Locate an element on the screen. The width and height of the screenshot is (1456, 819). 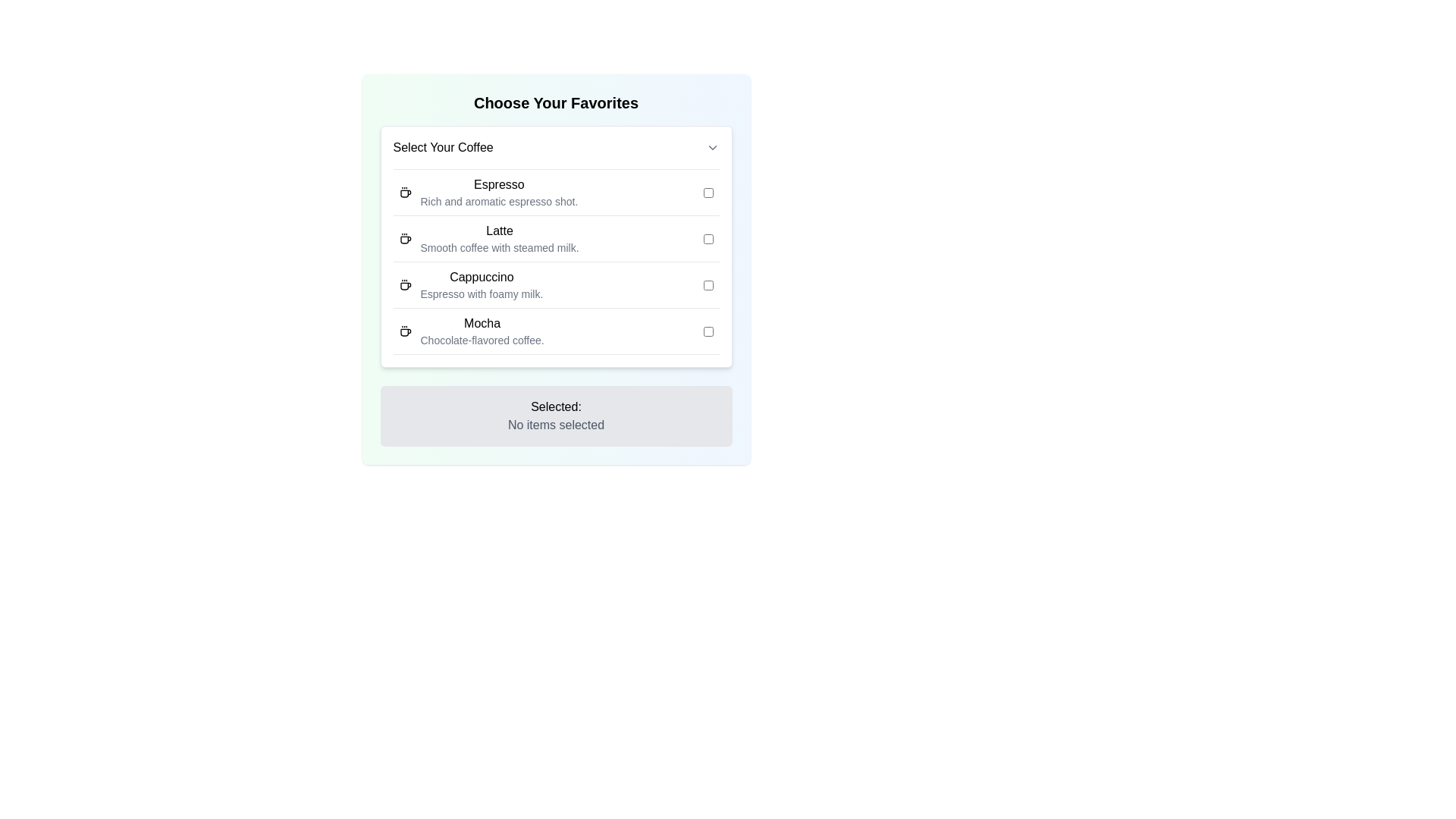
the 'Cappuccino' checkbox located under the title 'Select Your Coffee' is located at coordinates (708, 284).